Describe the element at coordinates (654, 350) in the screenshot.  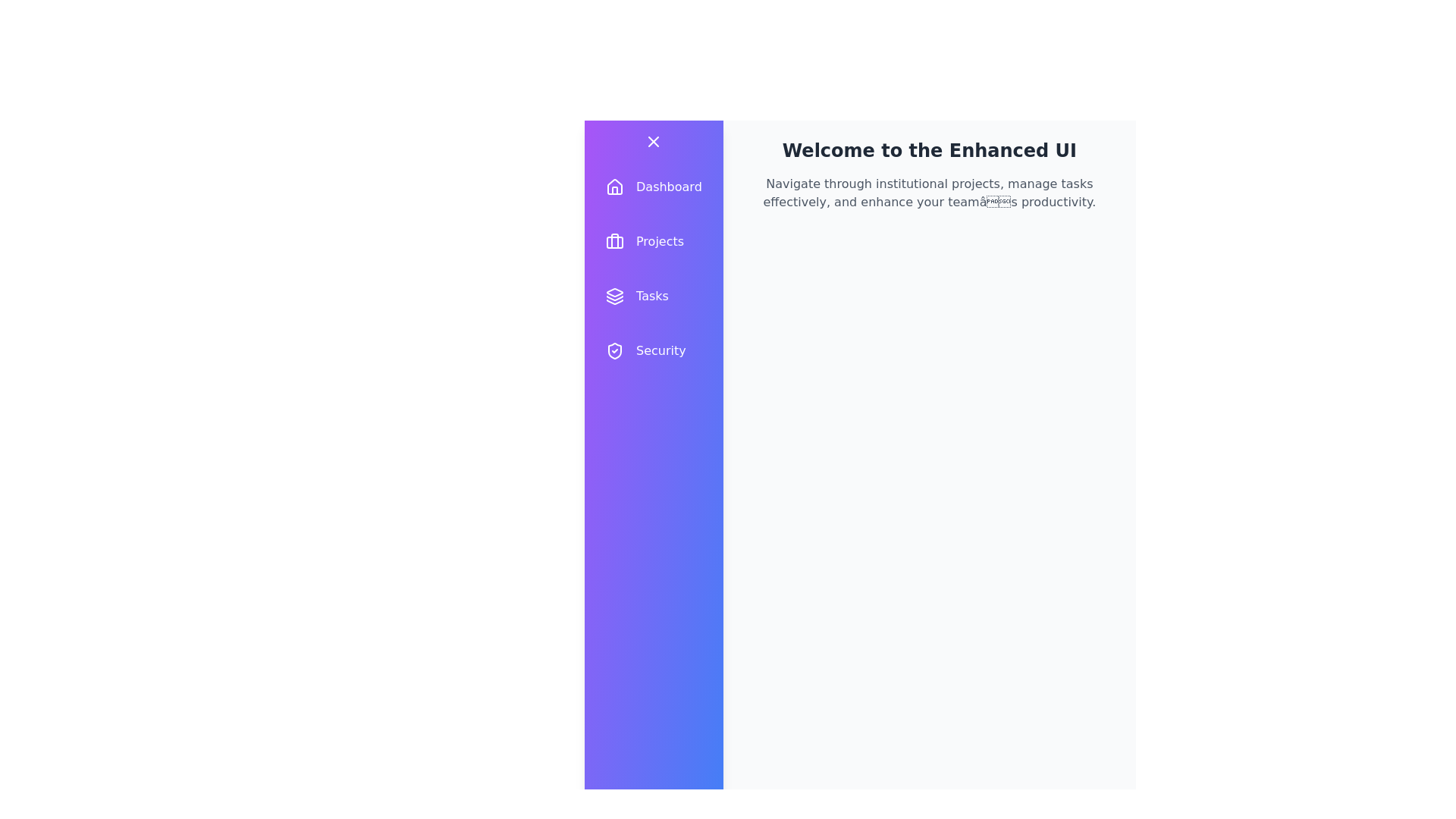
I see `the 'Security' navigation entry, which is the fourth item in the vertical sidebar` at that location.